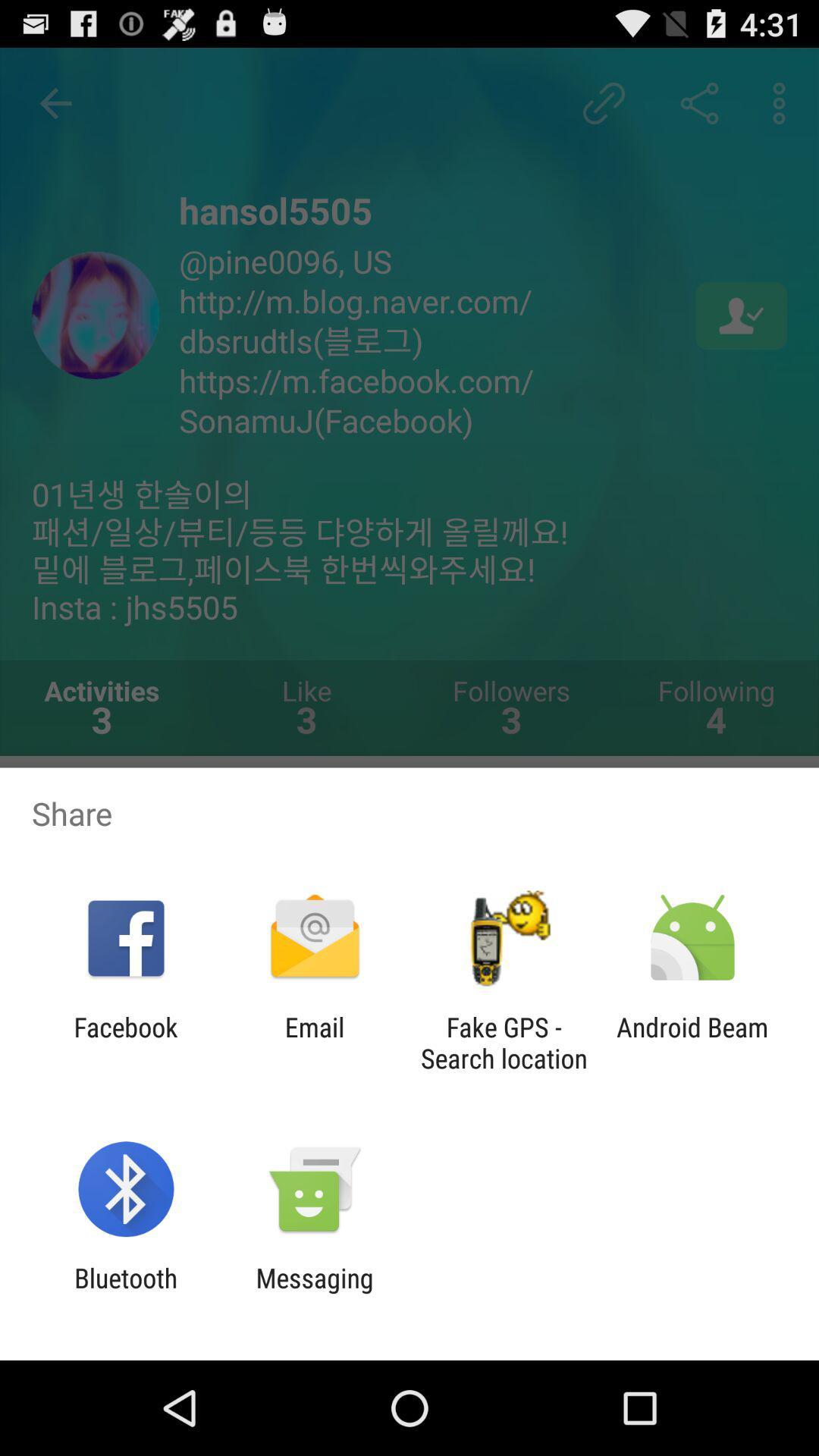 This screenshot has height=1456, width=819. I want to click on icon next to bluetooth app, so click(314, 1293).